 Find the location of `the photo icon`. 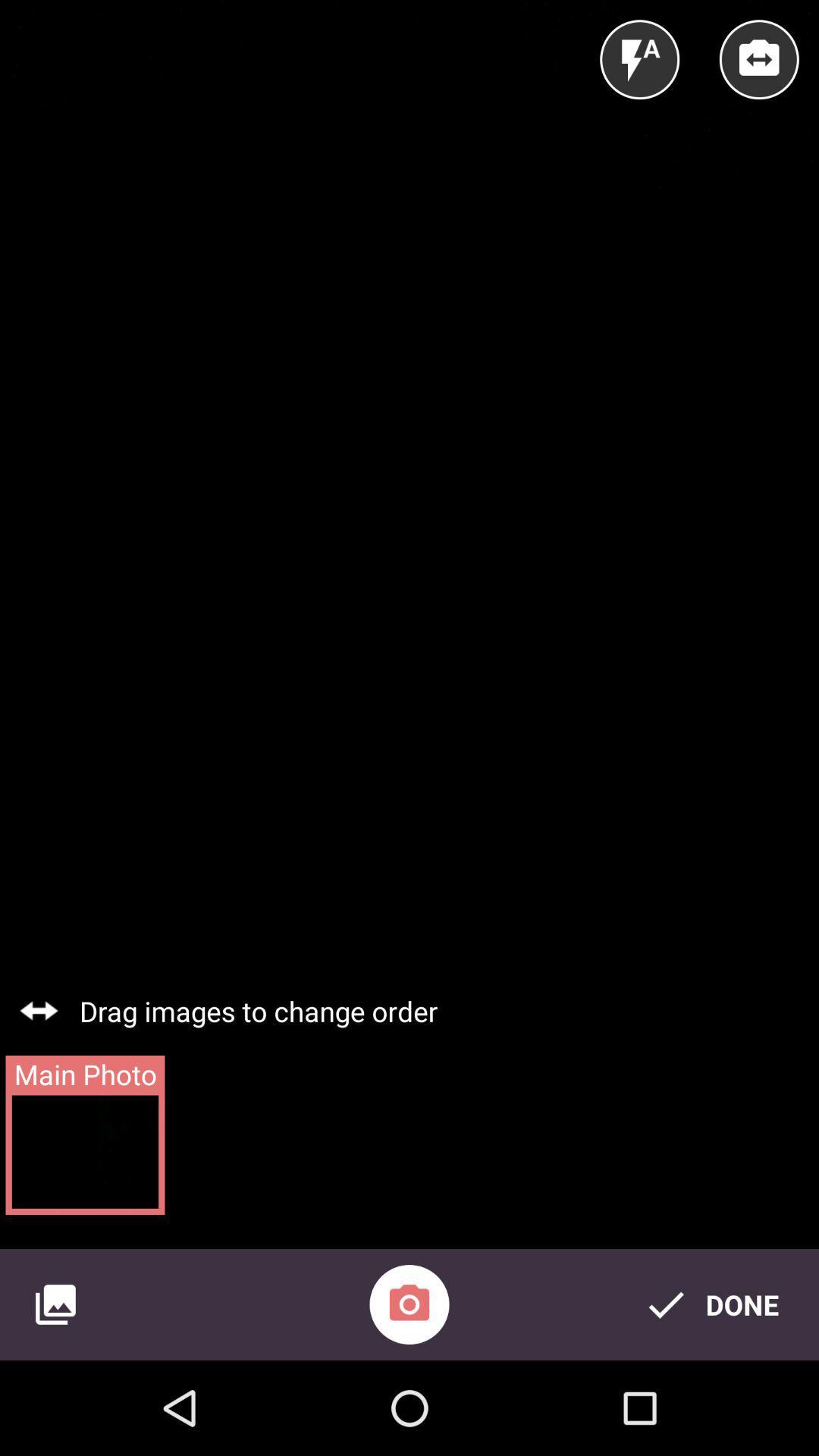

the photo icon is located at coordinates (409, 1304).